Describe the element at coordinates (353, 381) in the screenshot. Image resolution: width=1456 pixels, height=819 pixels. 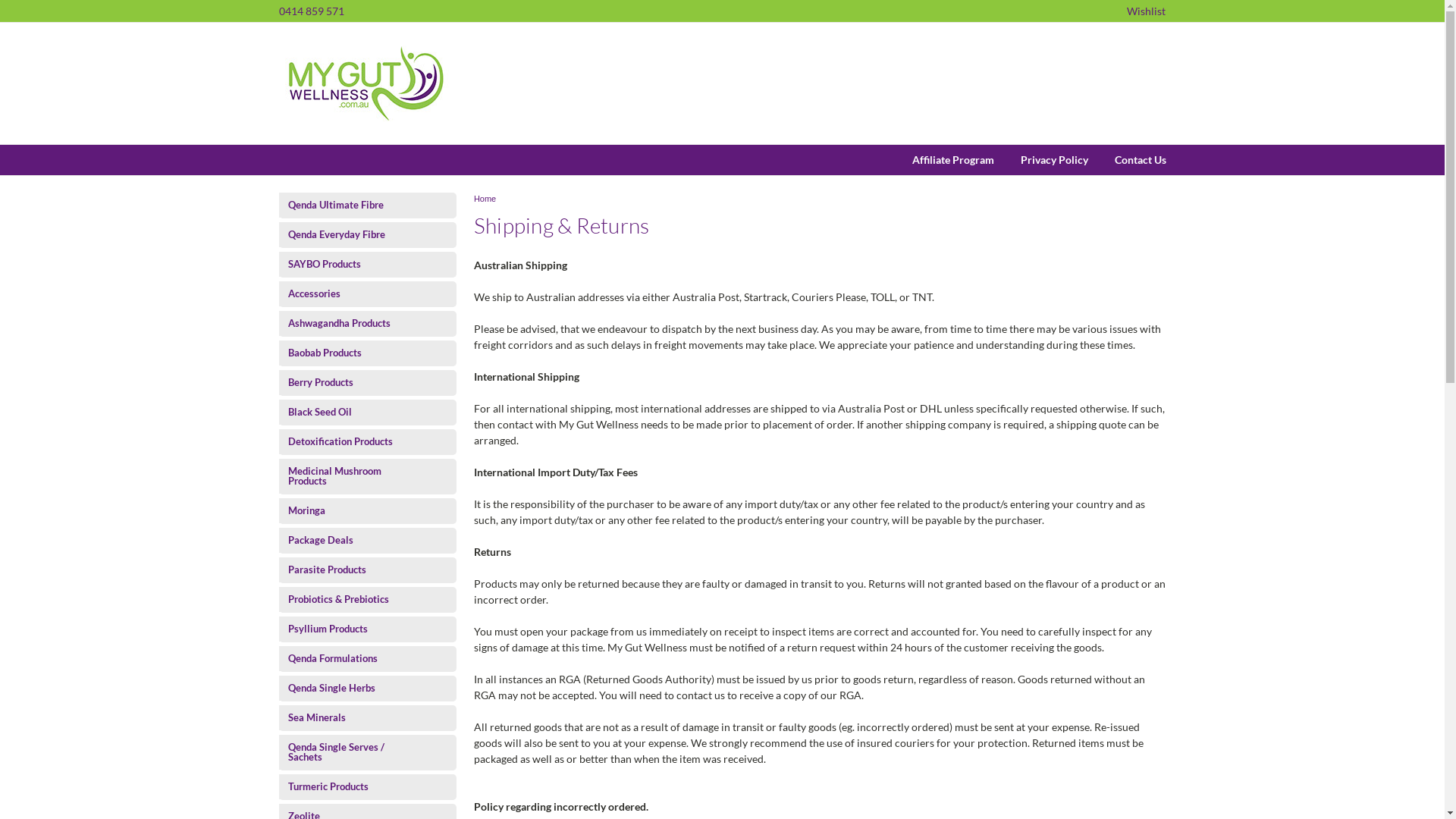
I see `'Berry Products'` at that location.